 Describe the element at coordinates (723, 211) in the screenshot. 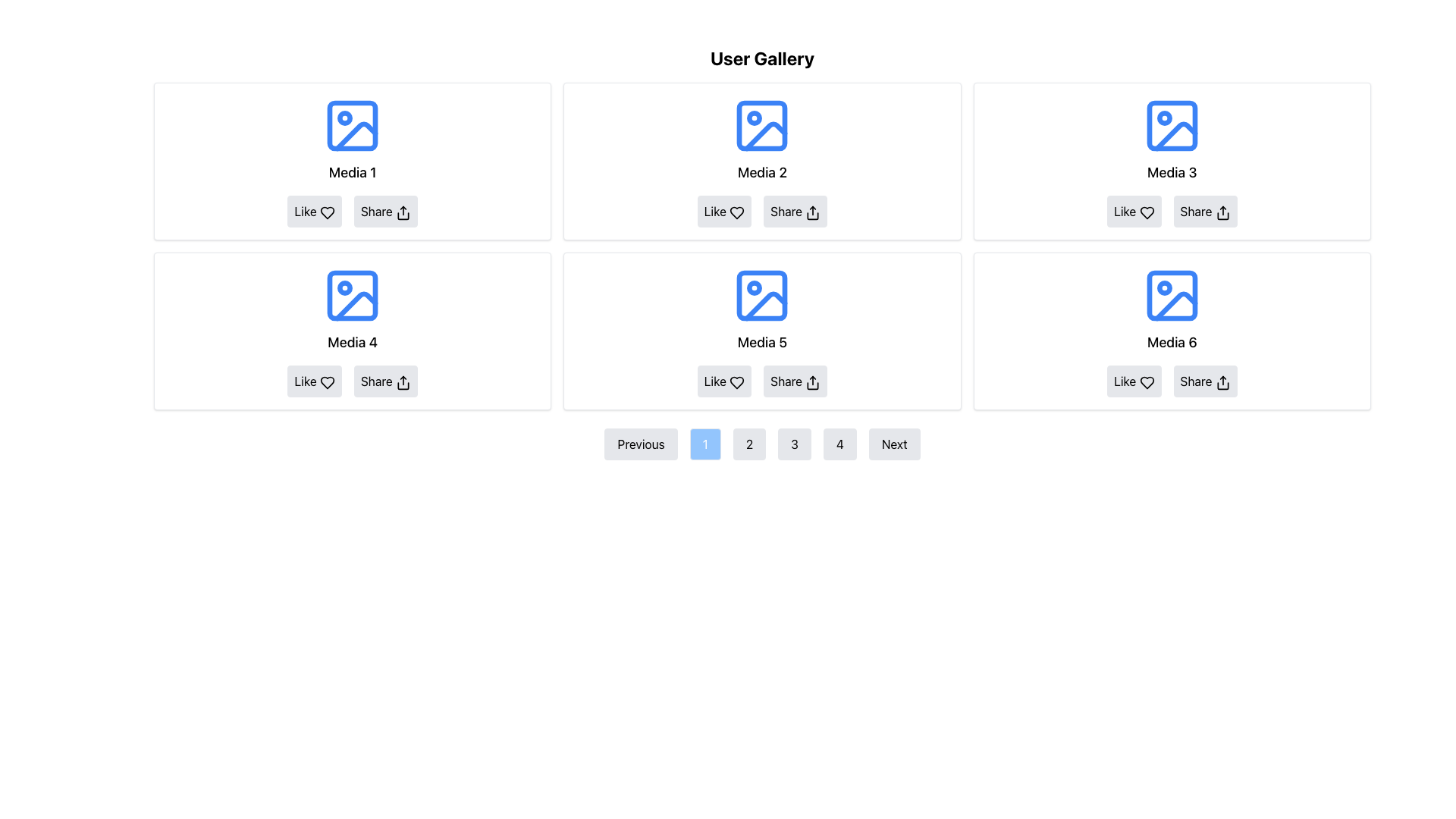

I see `the 'like' button located in the lower section of the 'Media 2' card to express appreciation for the associated media item` at that location.